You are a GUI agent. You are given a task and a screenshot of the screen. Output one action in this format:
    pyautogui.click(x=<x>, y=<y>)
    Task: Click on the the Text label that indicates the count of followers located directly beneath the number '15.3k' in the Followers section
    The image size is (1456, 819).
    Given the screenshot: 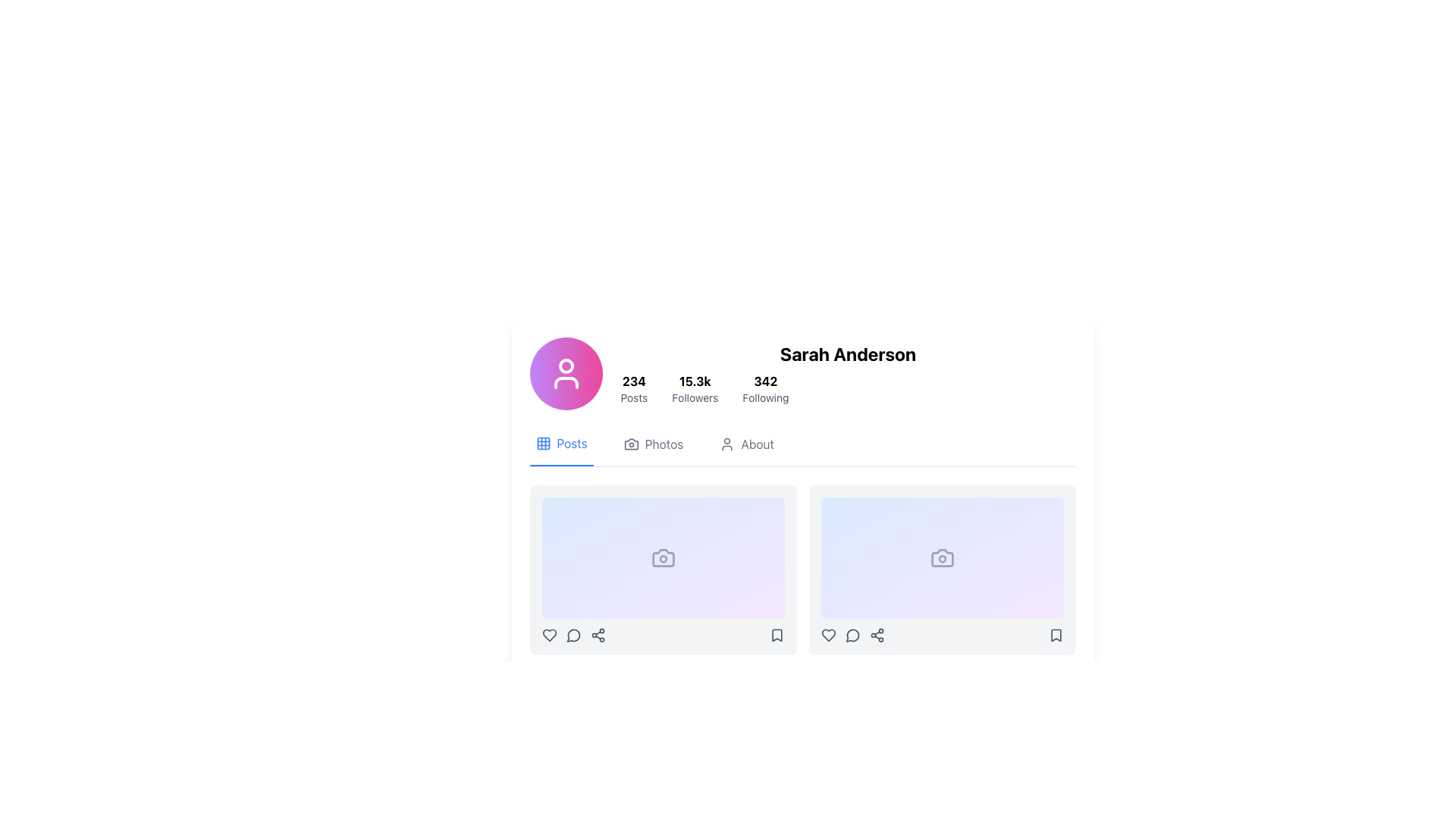 What is the action you would take?
    pyautogui.click(x=694, y=397)
    